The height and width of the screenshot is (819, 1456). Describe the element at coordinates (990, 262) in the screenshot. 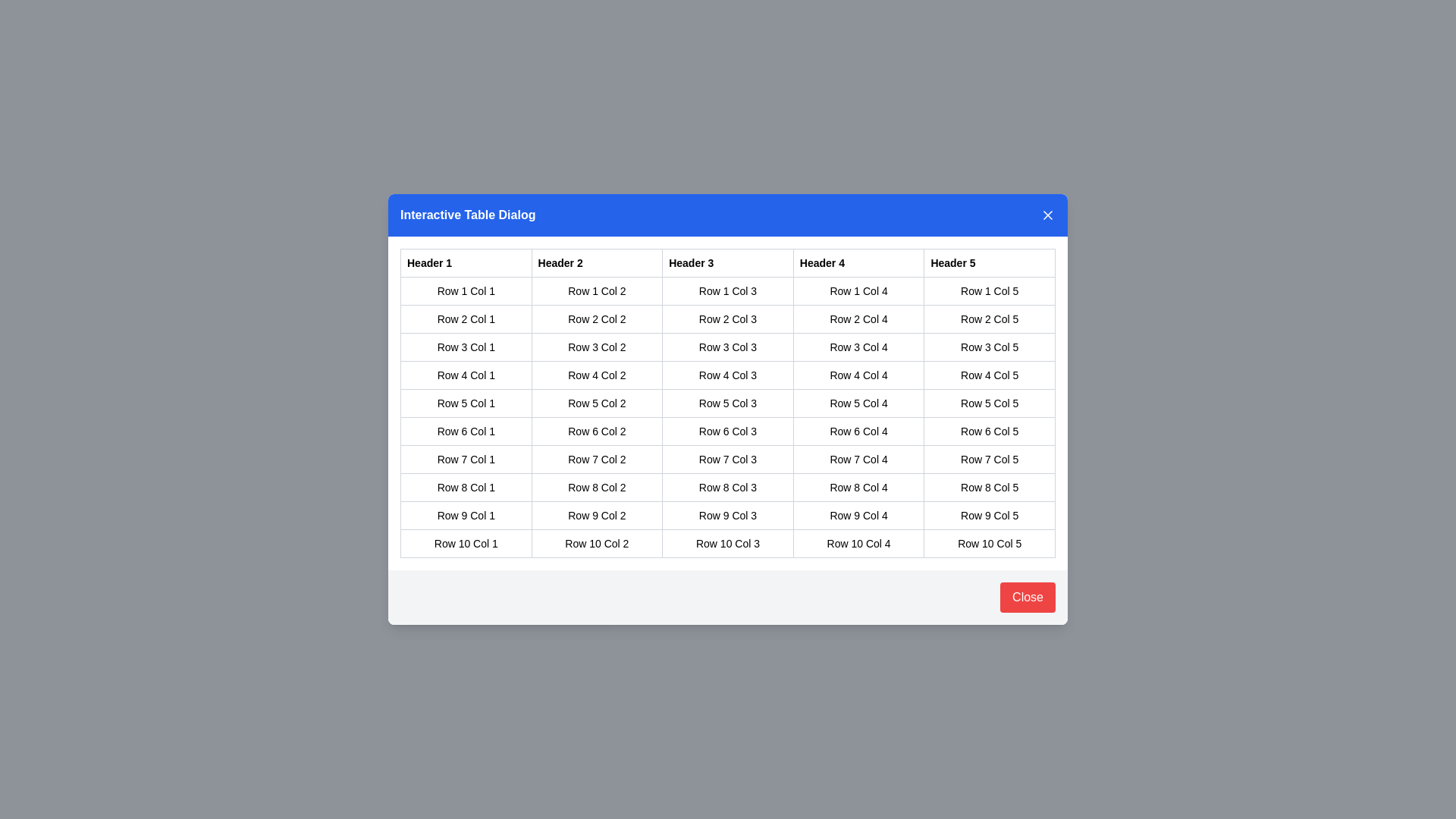

I see `the table header Header 5` at that location.